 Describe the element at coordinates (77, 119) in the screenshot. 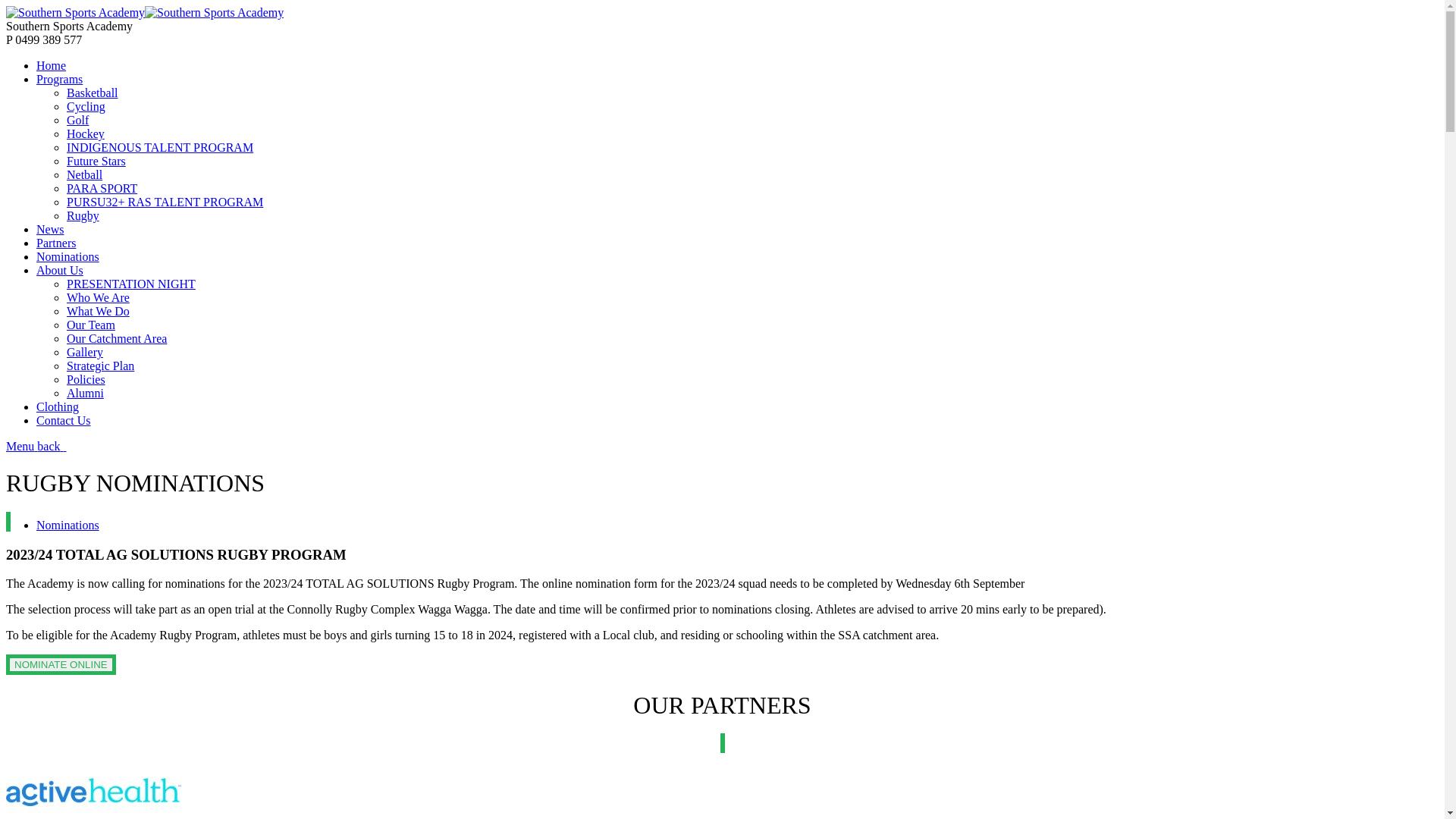

I see `'Golf'` at that location.